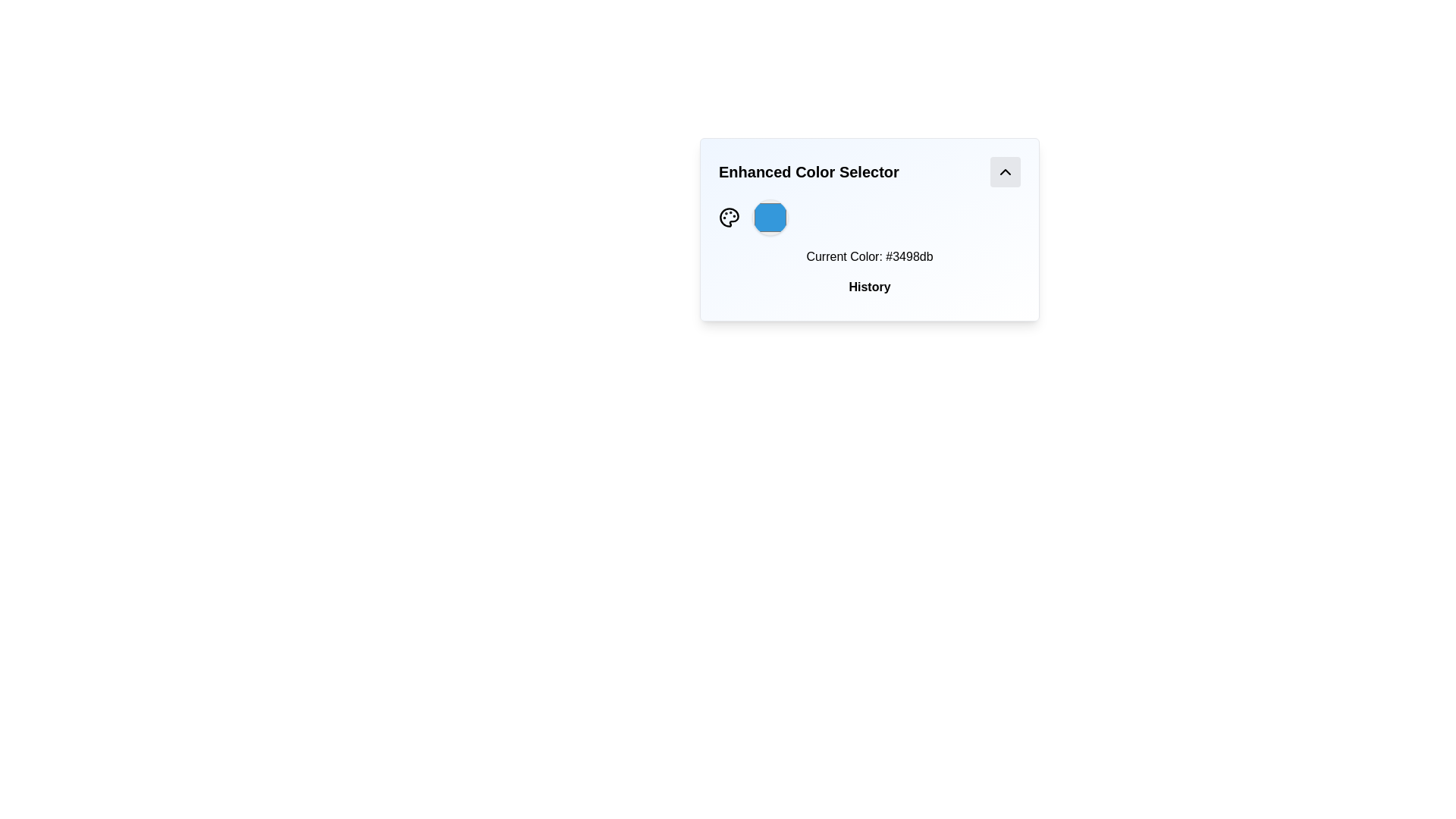 The image size is (1456, 819). I want to click on the upward-facing chevron icon within the light gray button located in the top-right corner of the white card labeled 'Enhanced Color Selector', so click(1005, 171).